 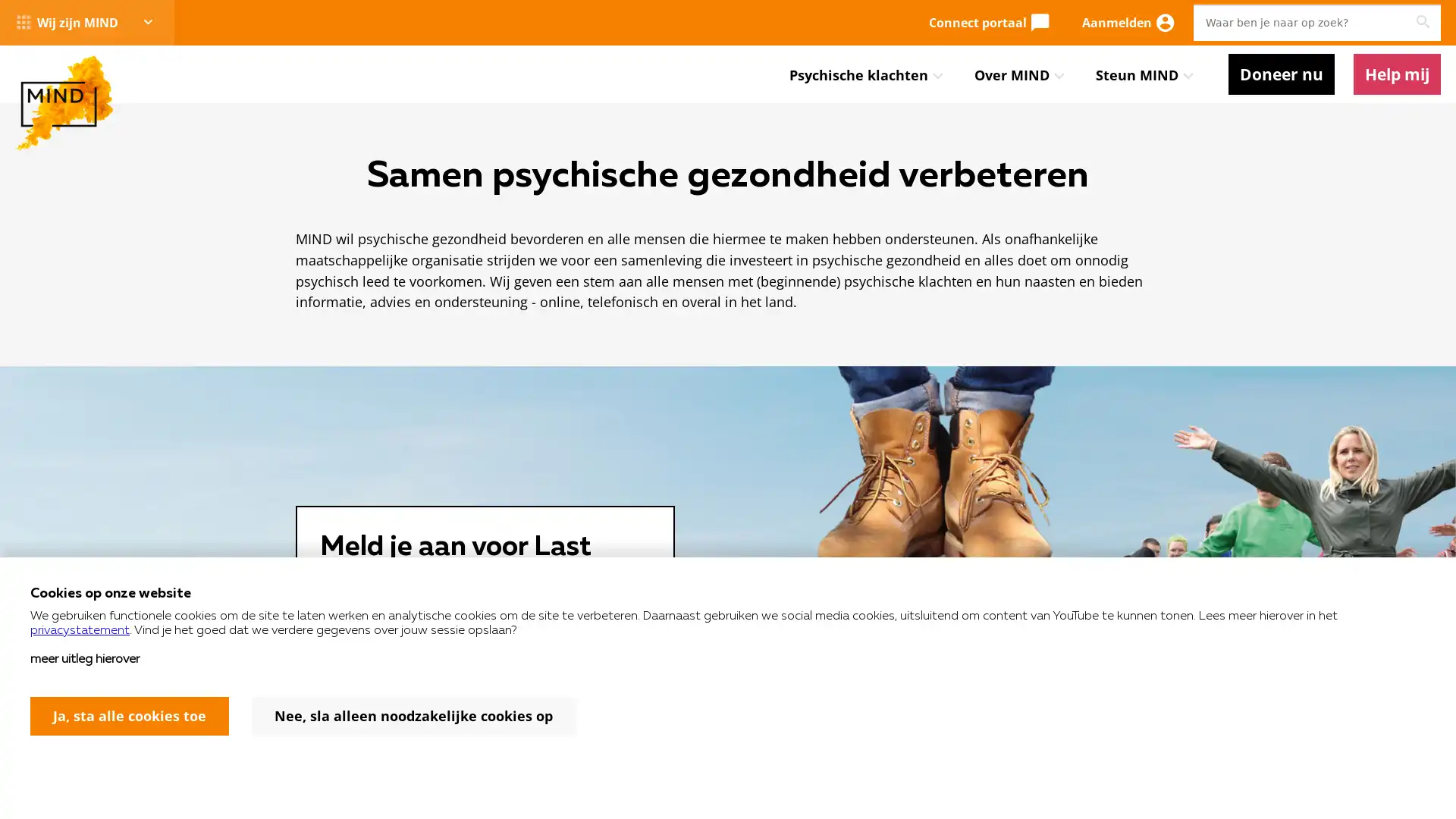 I want to click on Nee, sla alleen noodzakelijke cookies op, so click(x=413, y=716).